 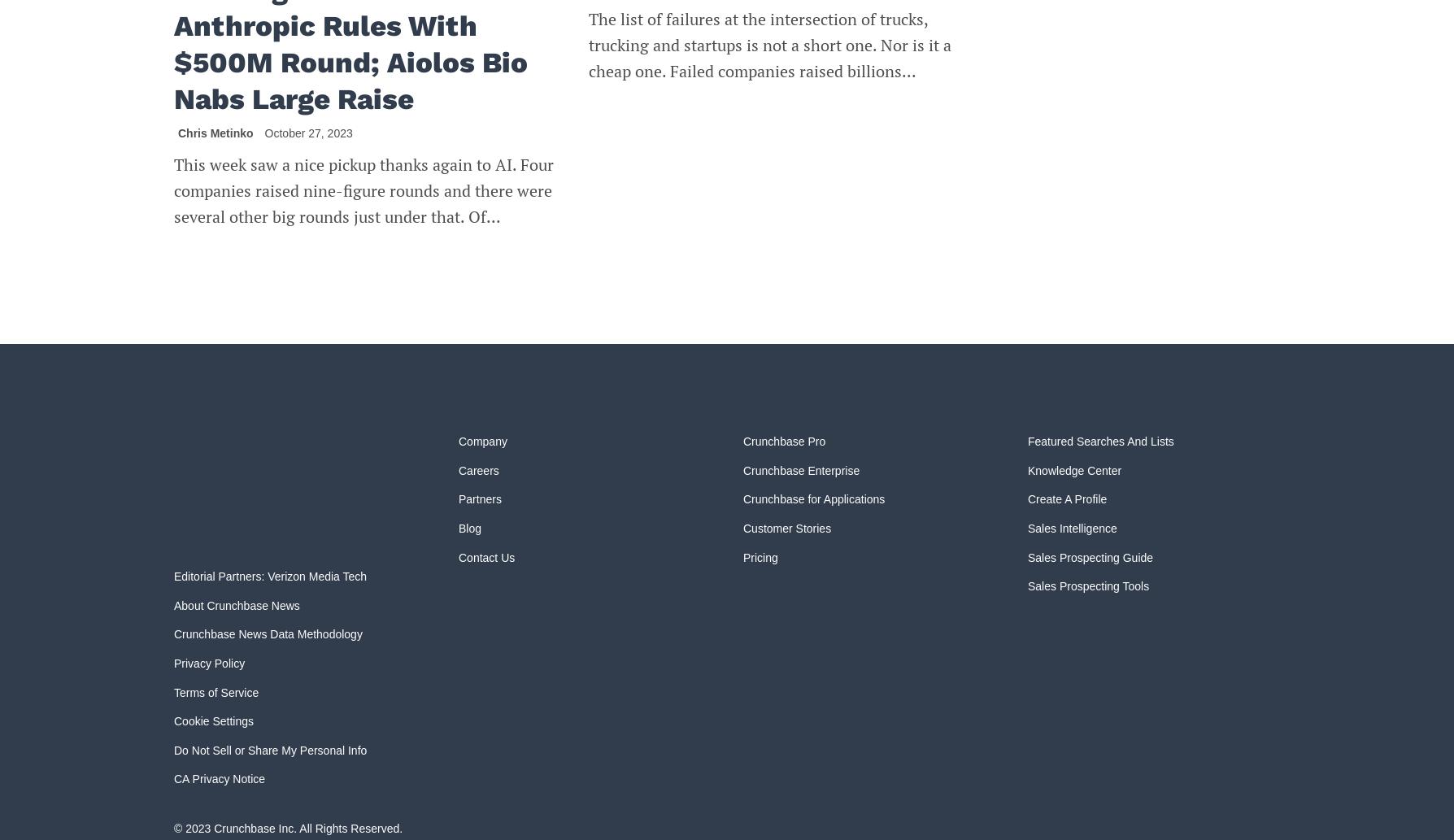 I want to click on 'Do Not Sell or Share My Personal Info', so click(x=174, y=748).